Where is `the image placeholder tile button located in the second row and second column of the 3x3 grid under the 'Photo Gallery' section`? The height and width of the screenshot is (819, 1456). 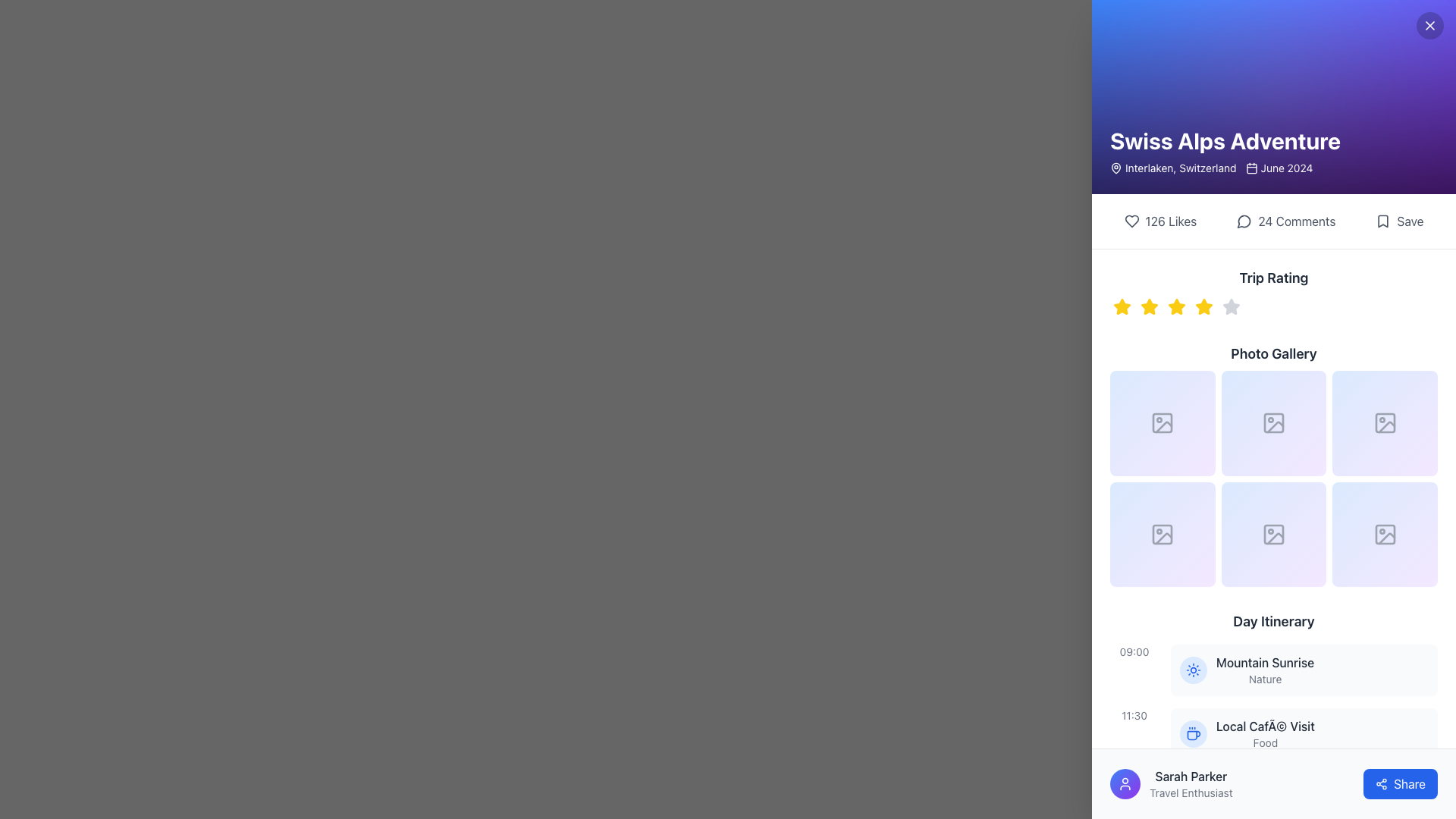
the image placeholder tile button located in the second row and second column of the 3x3 grid under the 'Photo Gallery' section is located at coordinates (1274, 534).